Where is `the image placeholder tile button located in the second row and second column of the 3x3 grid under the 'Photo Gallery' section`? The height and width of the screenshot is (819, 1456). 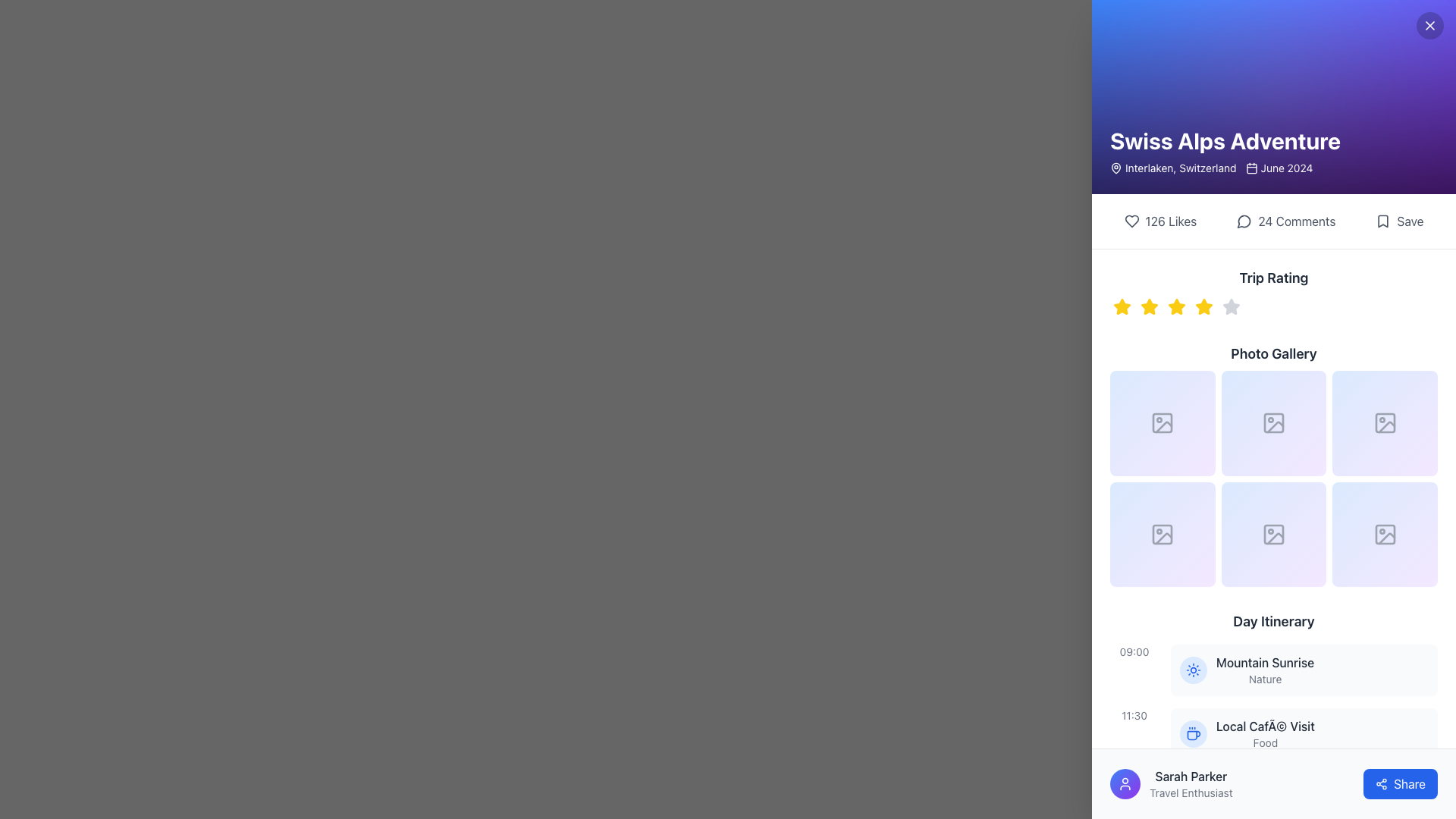
the image placeholder tile button located in the second row and second column of the 3x3 grid under the 'Photo Gallery' section is located at coordinates (1274, 534).